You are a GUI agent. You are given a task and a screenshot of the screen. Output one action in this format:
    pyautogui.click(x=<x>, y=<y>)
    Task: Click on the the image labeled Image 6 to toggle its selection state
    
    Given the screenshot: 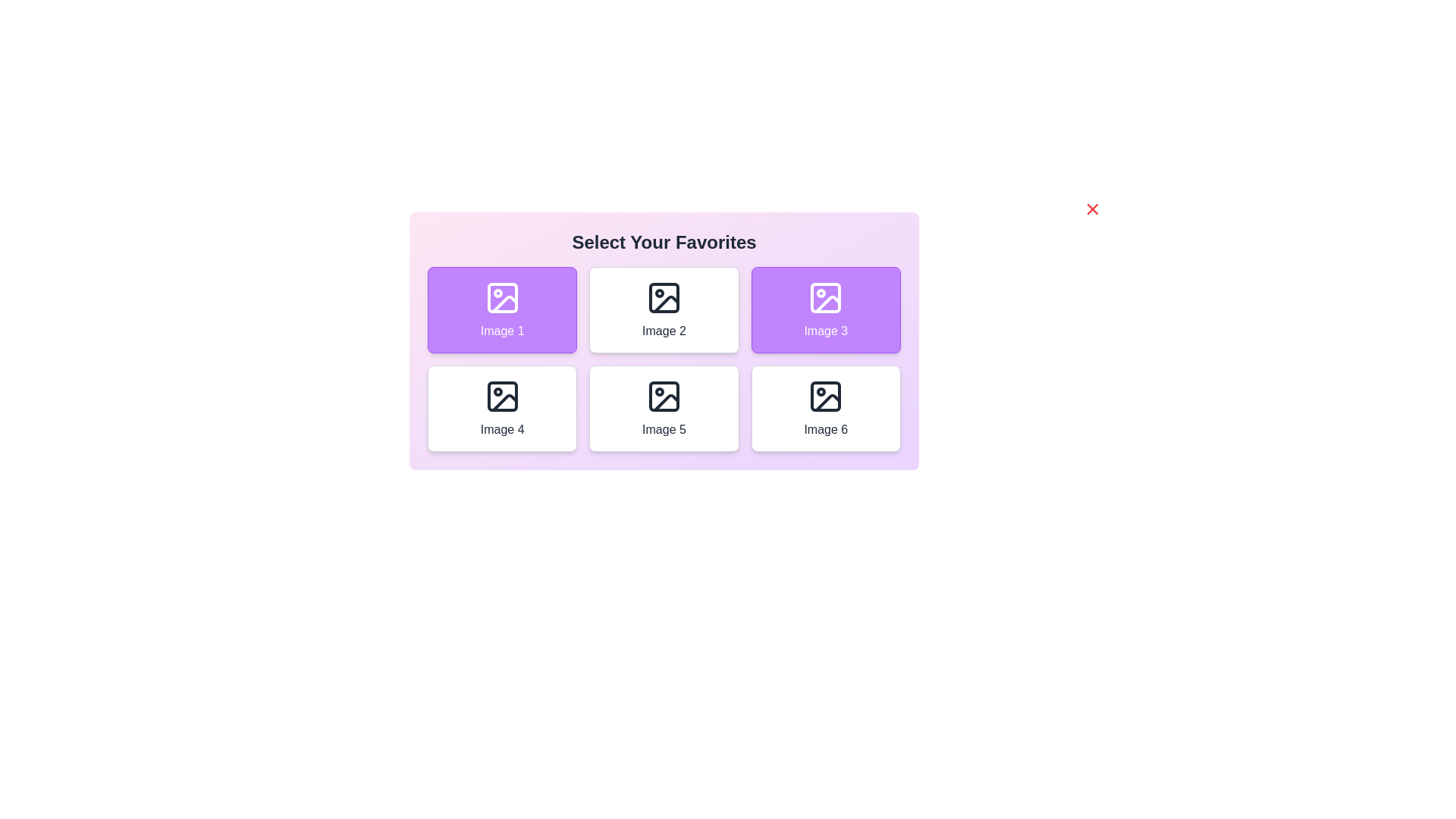 What is the action you would take?
    pyautogui.click(x=825, y=408)
    